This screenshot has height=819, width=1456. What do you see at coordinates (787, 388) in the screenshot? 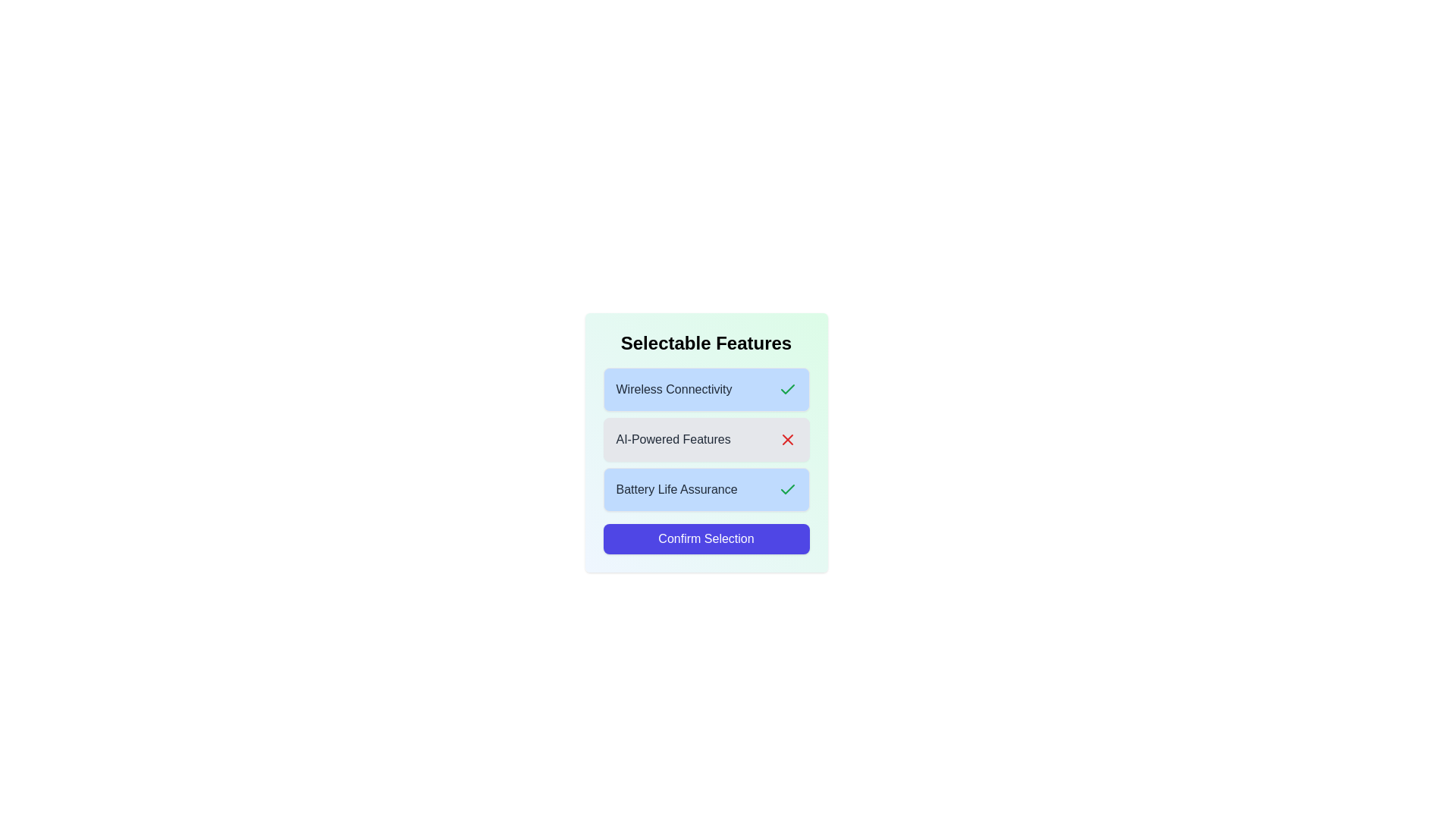
I see `the green checkmark icon indicating a completed state for the 'Wireless Connectivity' list item` at bounding box center [787, 388].